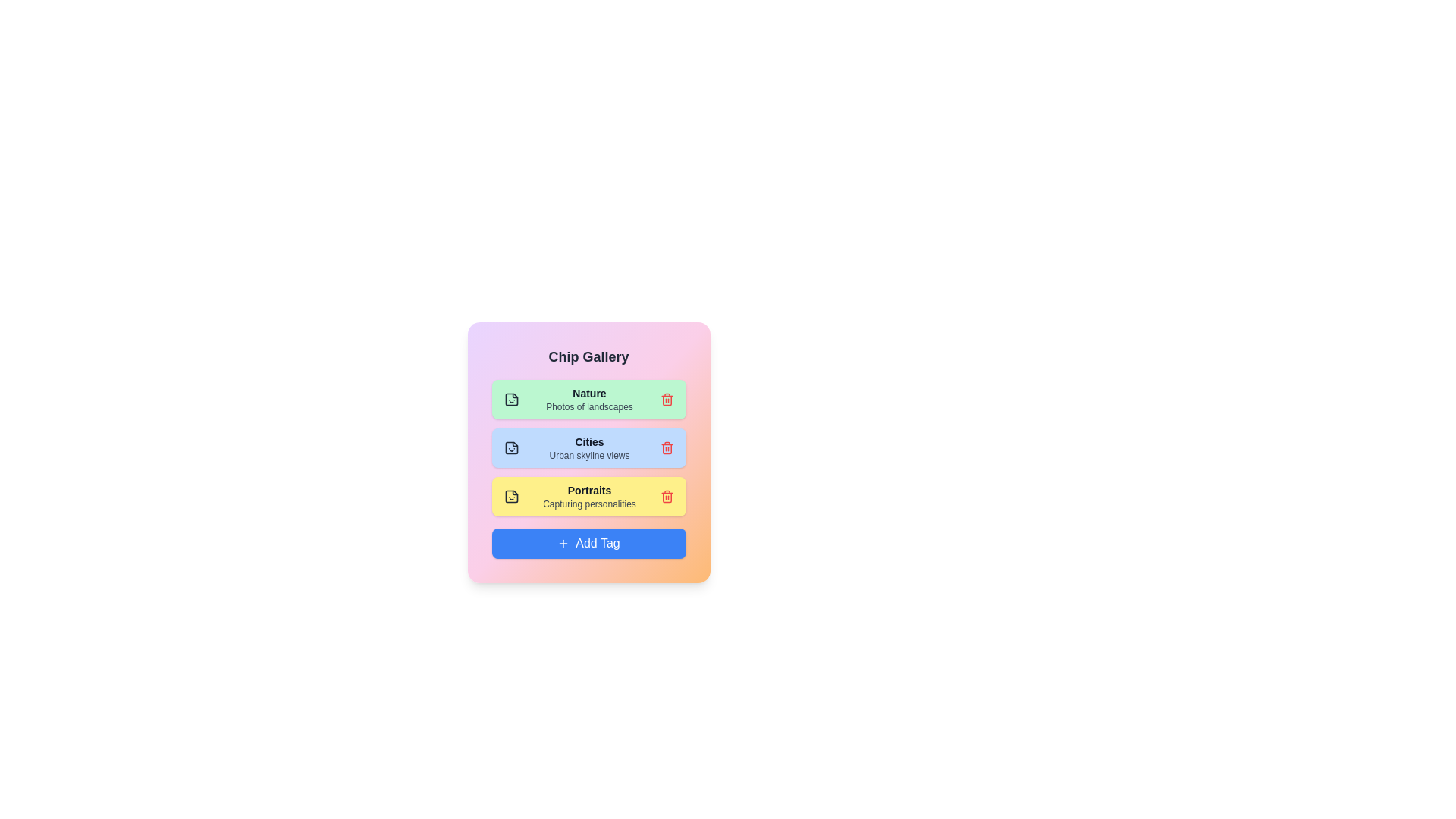 This screenshot has width=1456, height=819. What do you see at coordinates (667, 399) in the screenshot?
I see `the delete button for the tag labeled 'Nature' to remove it` at bounding box center [667, 399].